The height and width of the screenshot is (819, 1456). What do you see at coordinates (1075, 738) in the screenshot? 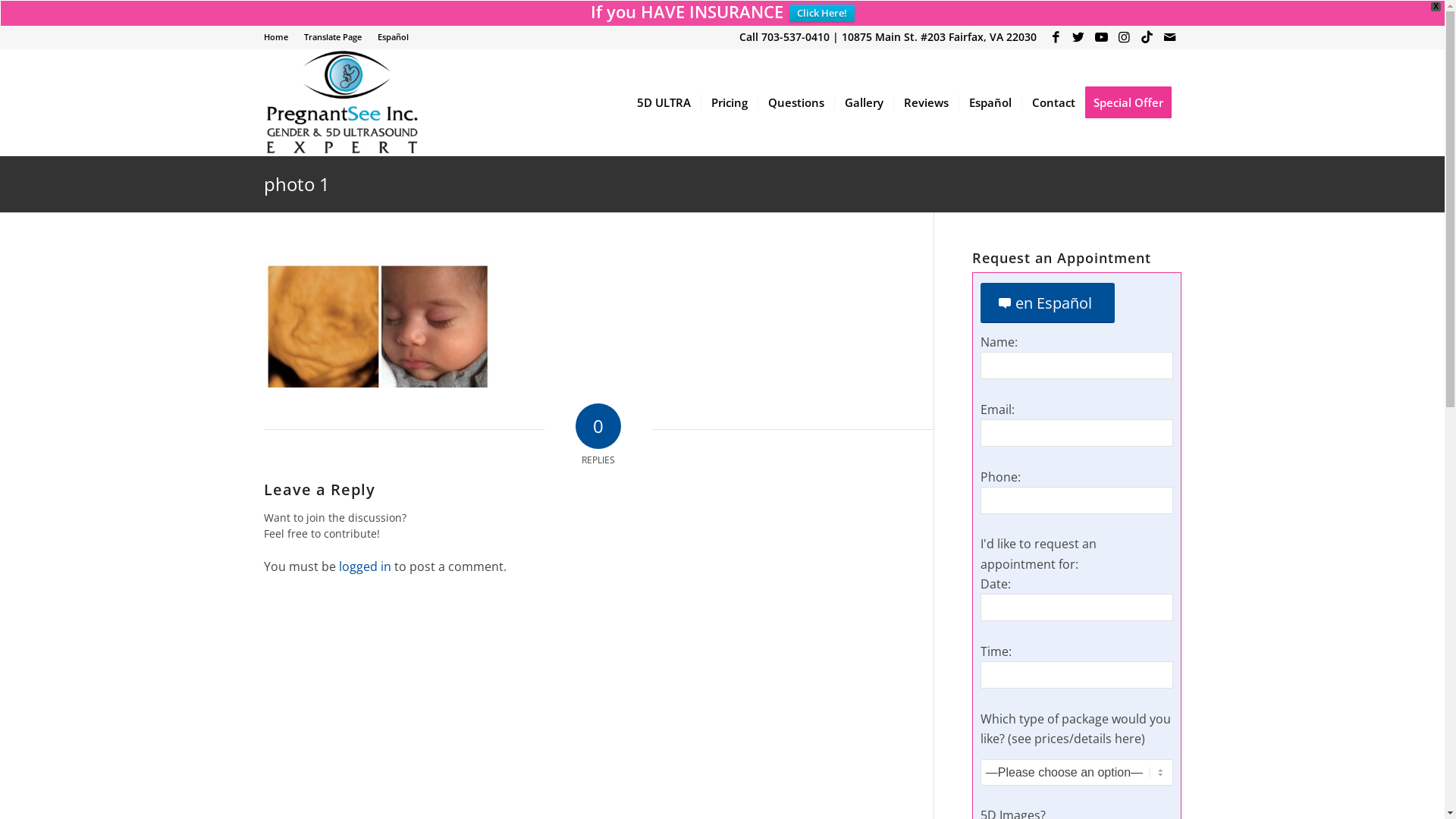
I see `'see prices/details here'` at bounding box center [1075, 738].